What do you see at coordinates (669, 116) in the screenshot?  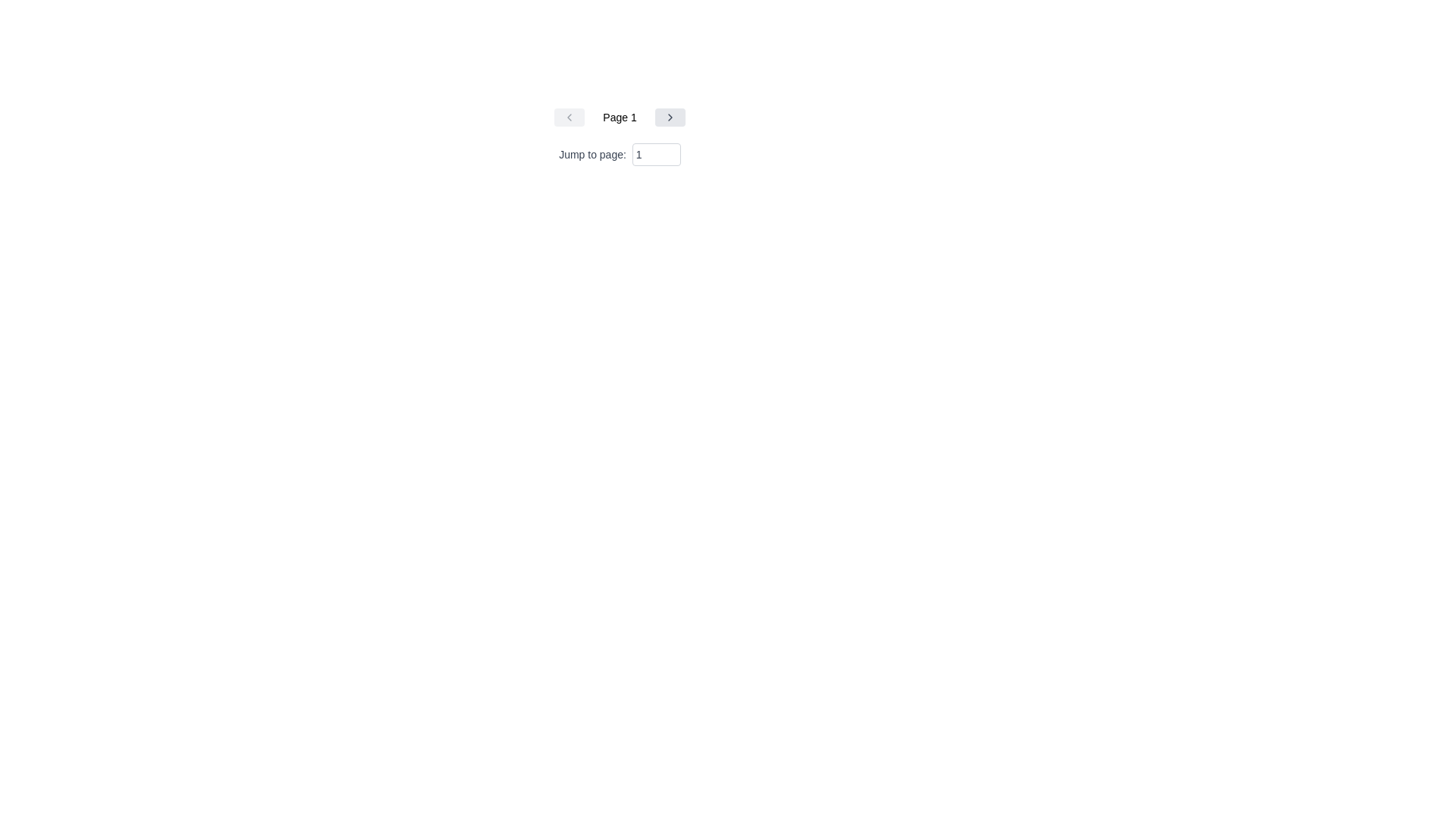 I see `the forward navigation button located on the rightmost side of the horizontal navigation group labeled 'Page 1'` at bounding box center [669, 116].